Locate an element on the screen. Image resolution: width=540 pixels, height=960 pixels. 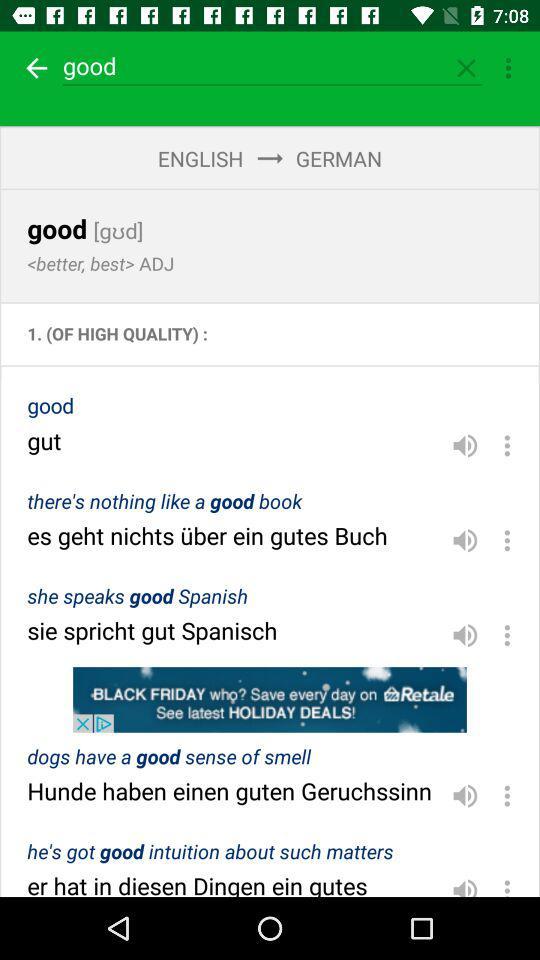
settings tool option is located at coordinates (508, 68).